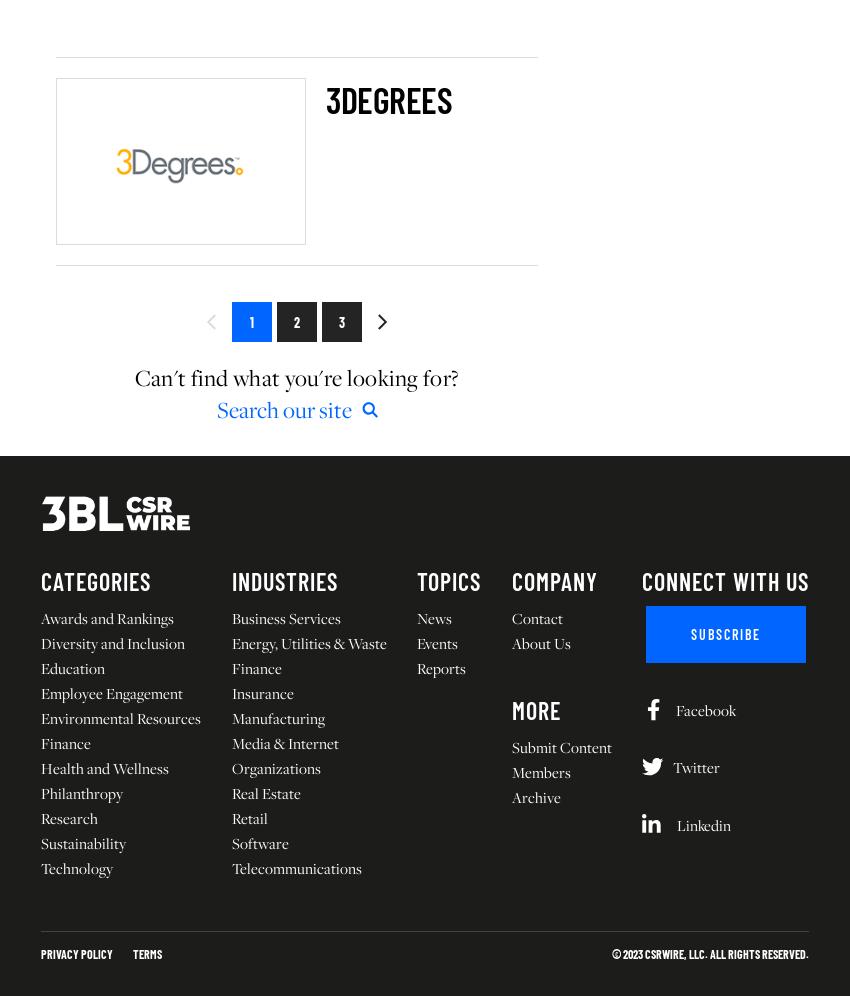  I want to click on 'Diversity and Inclusion', so click(111, 641).